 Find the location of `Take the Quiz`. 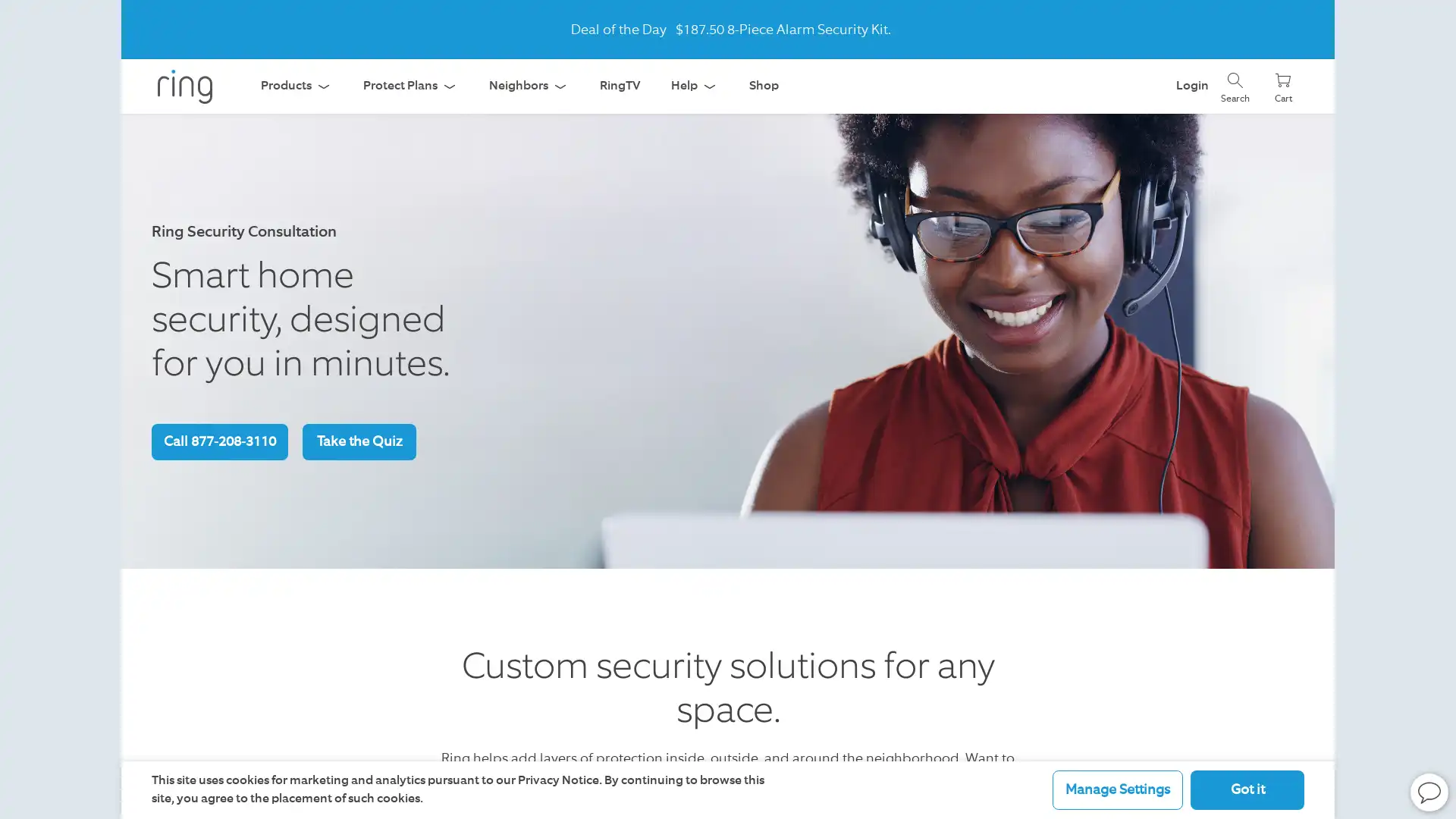

Take the Quiz is located at coordinates (359, 441).